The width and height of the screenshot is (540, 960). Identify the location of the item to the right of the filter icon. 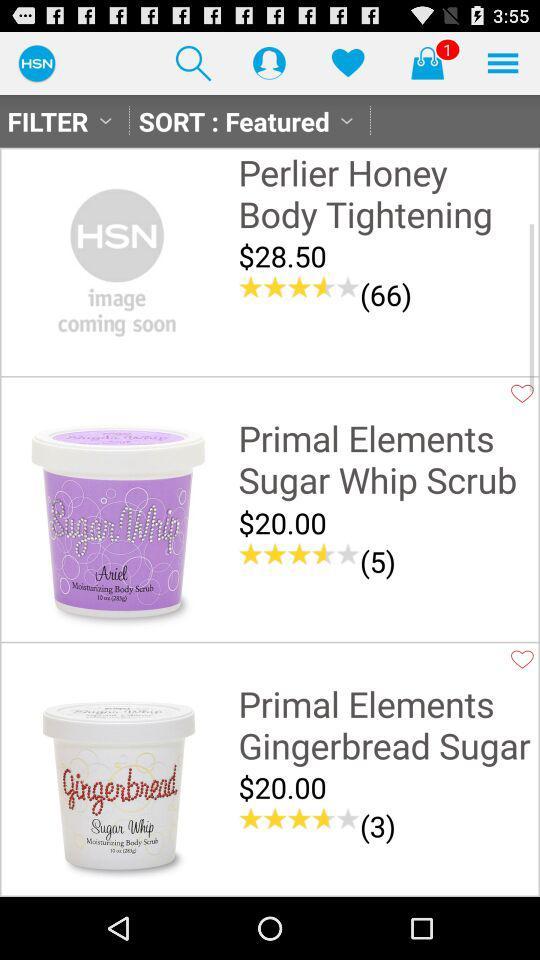
(193, 62).